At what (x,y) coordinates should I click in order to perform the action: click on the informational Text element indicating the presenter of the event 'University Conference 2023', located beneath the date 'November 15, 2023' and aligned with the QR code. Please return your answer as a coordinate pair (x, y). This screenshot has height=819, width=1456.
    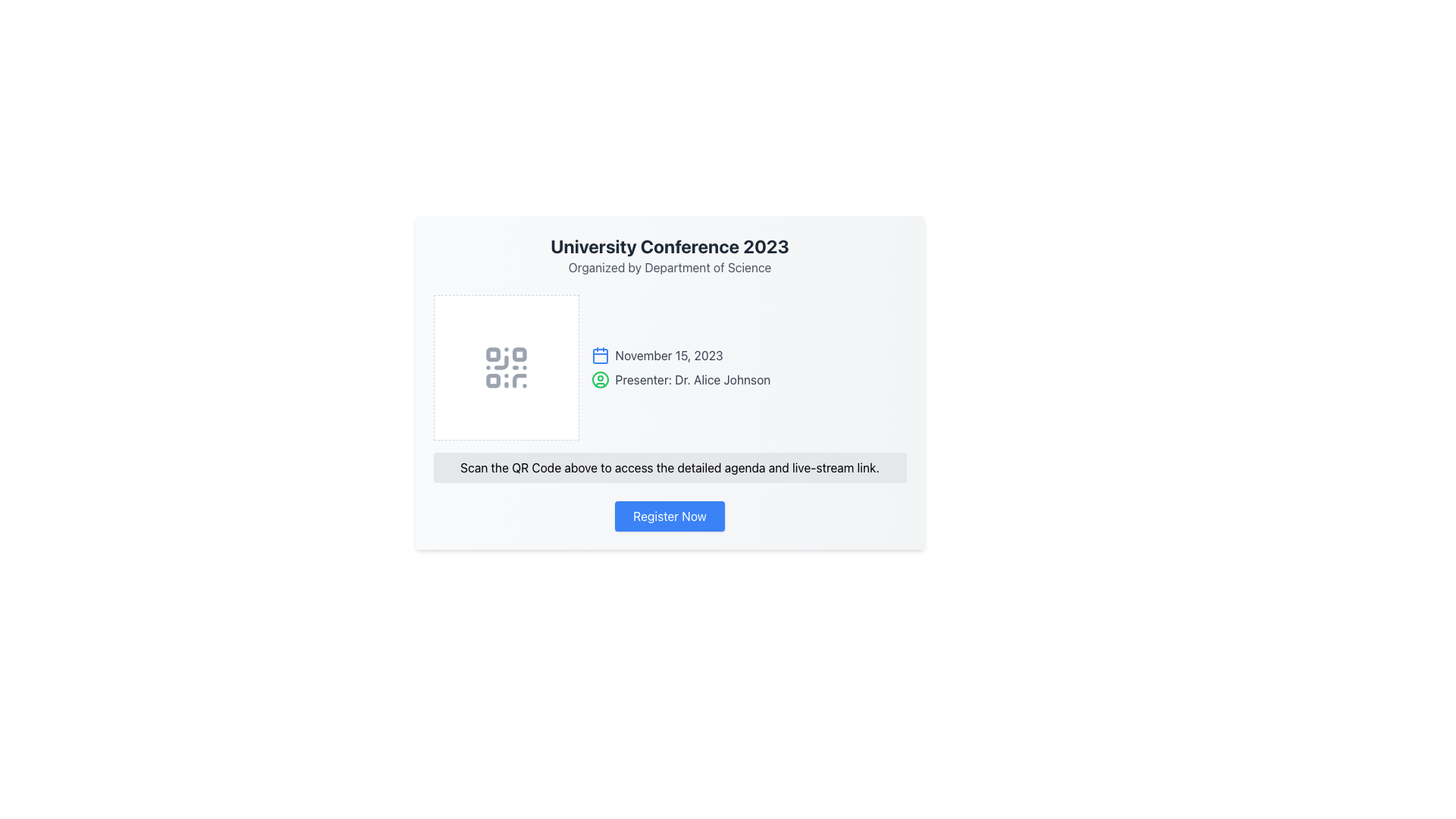
    Looking at the image, I should click on (748, 379).